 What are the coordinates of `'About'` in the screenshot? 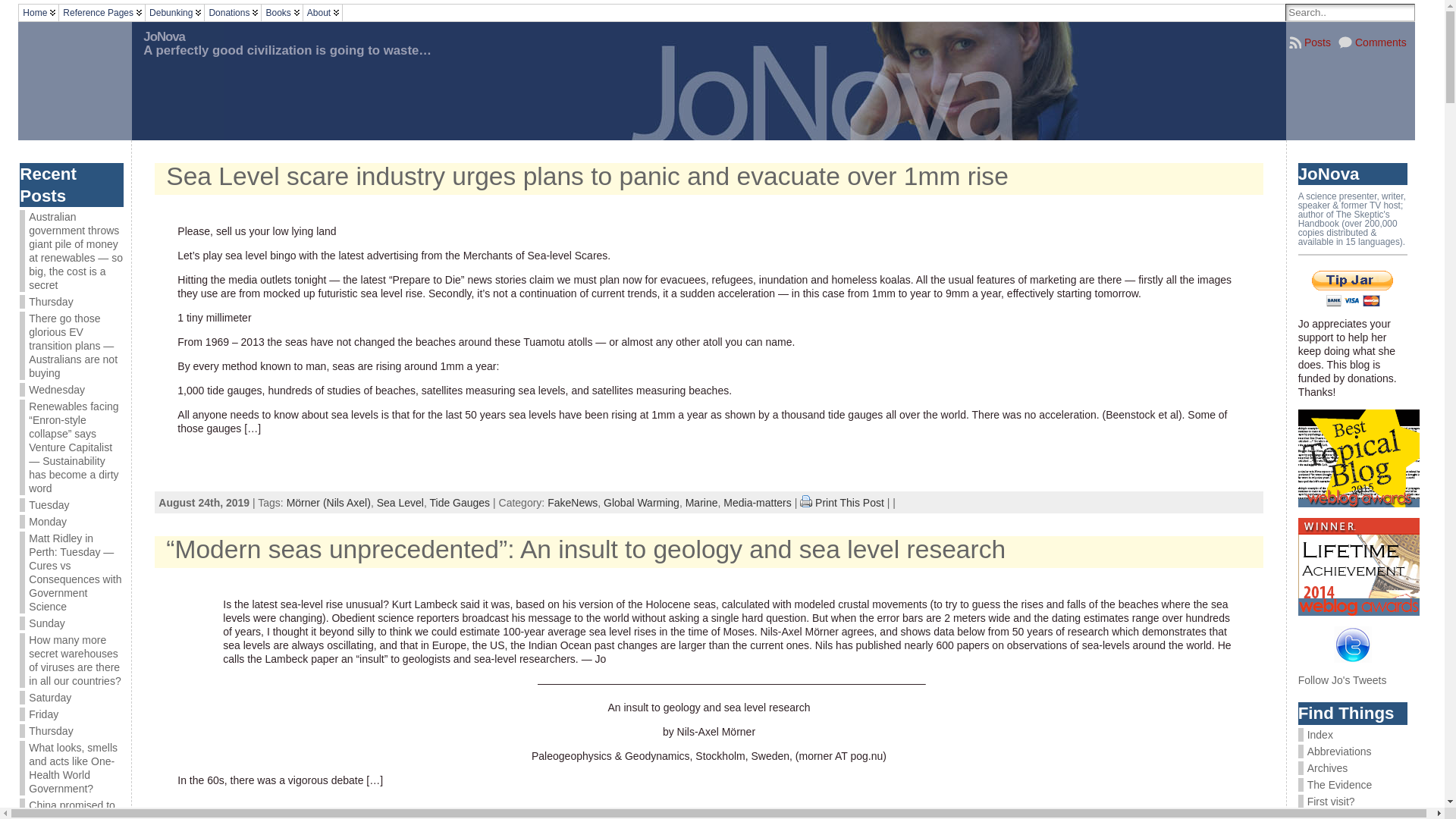 It's located at (322, 12).